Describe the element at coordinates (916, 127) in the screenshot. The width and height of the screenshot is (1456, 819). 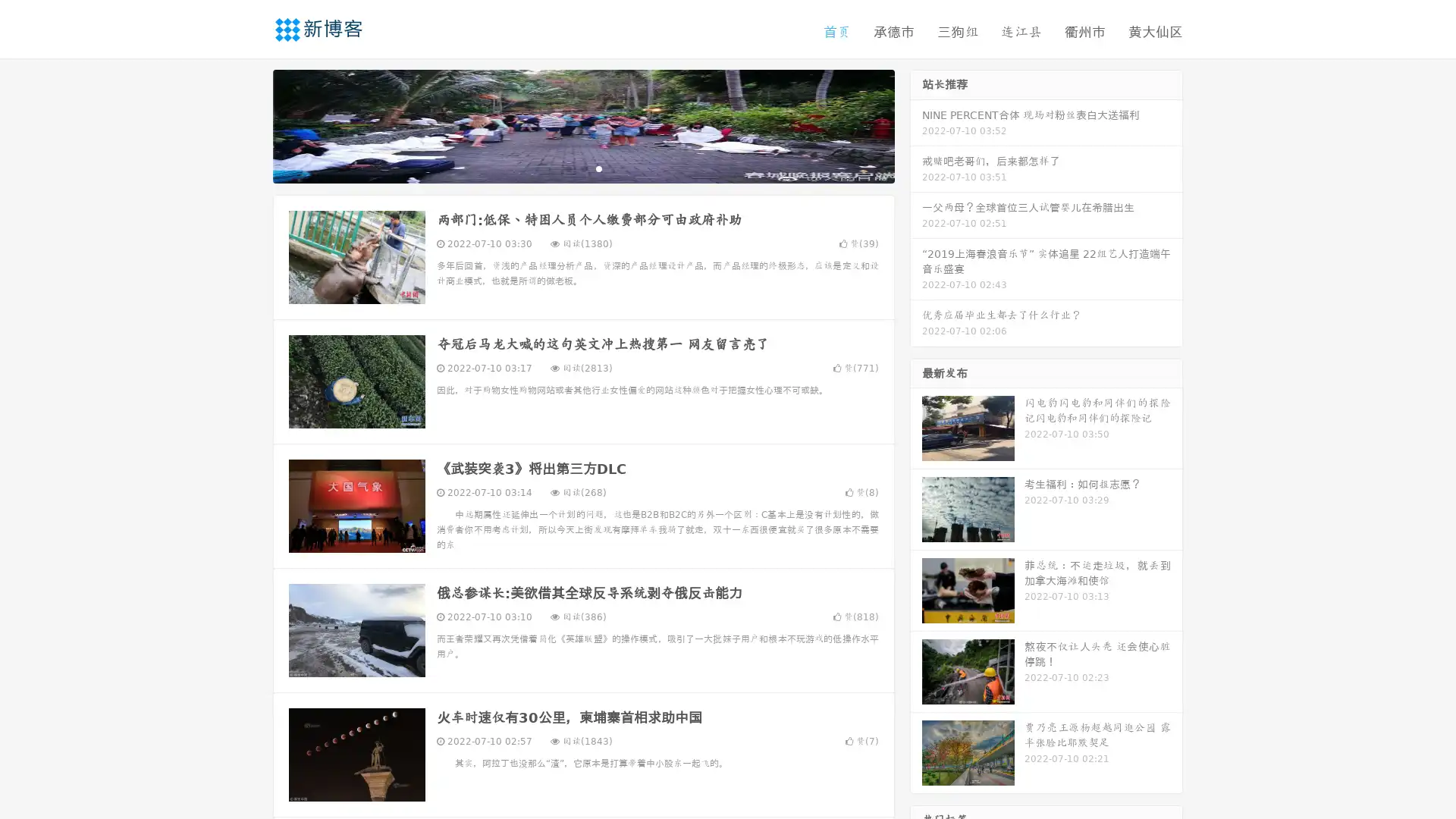
I see `Next slide` at that location.